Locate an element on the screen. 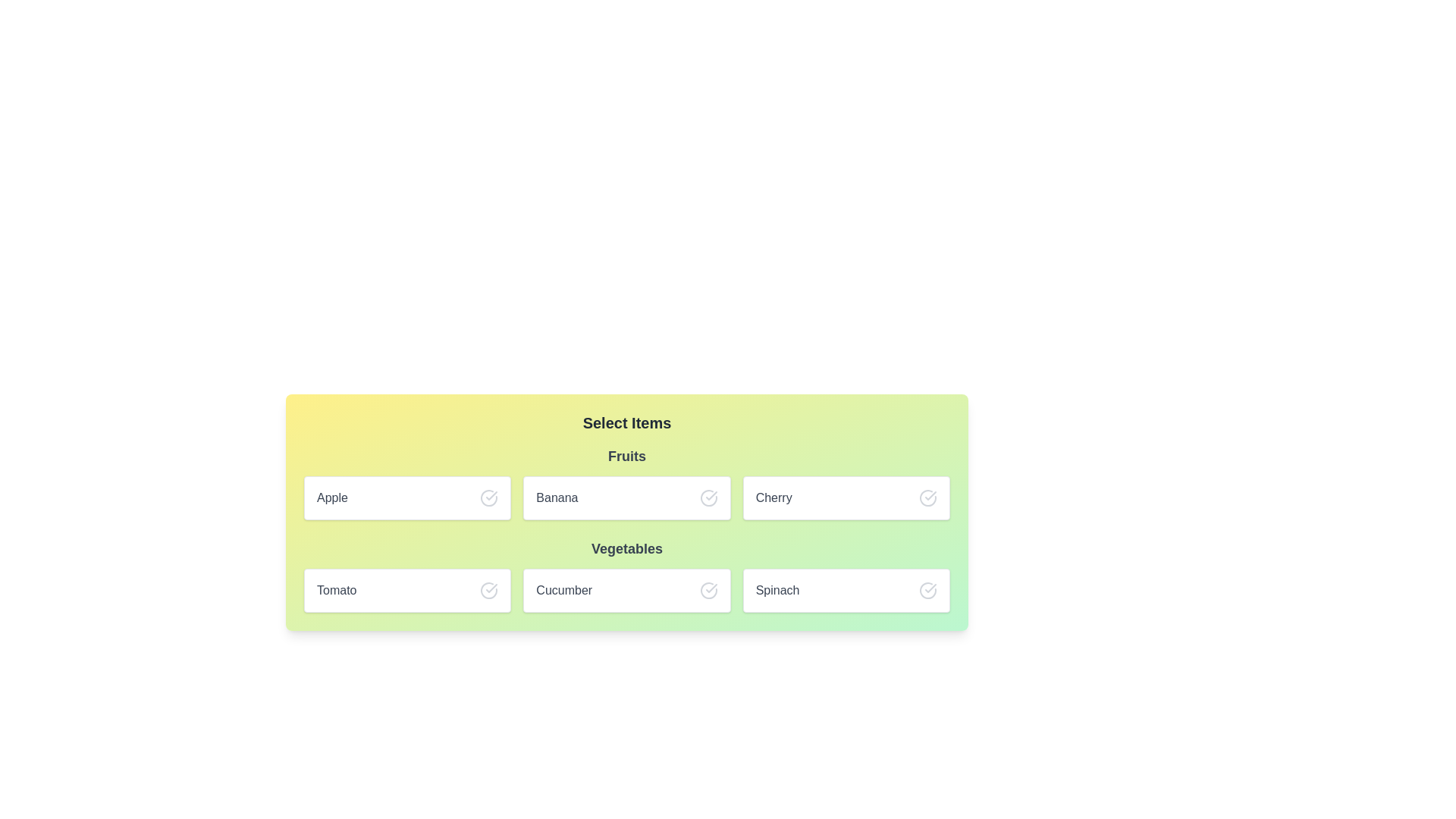  the selectable card labeled 'Tomato' located in the bottom row of the grid under the 'Vegetables' section is located at coordinates (407, 590).